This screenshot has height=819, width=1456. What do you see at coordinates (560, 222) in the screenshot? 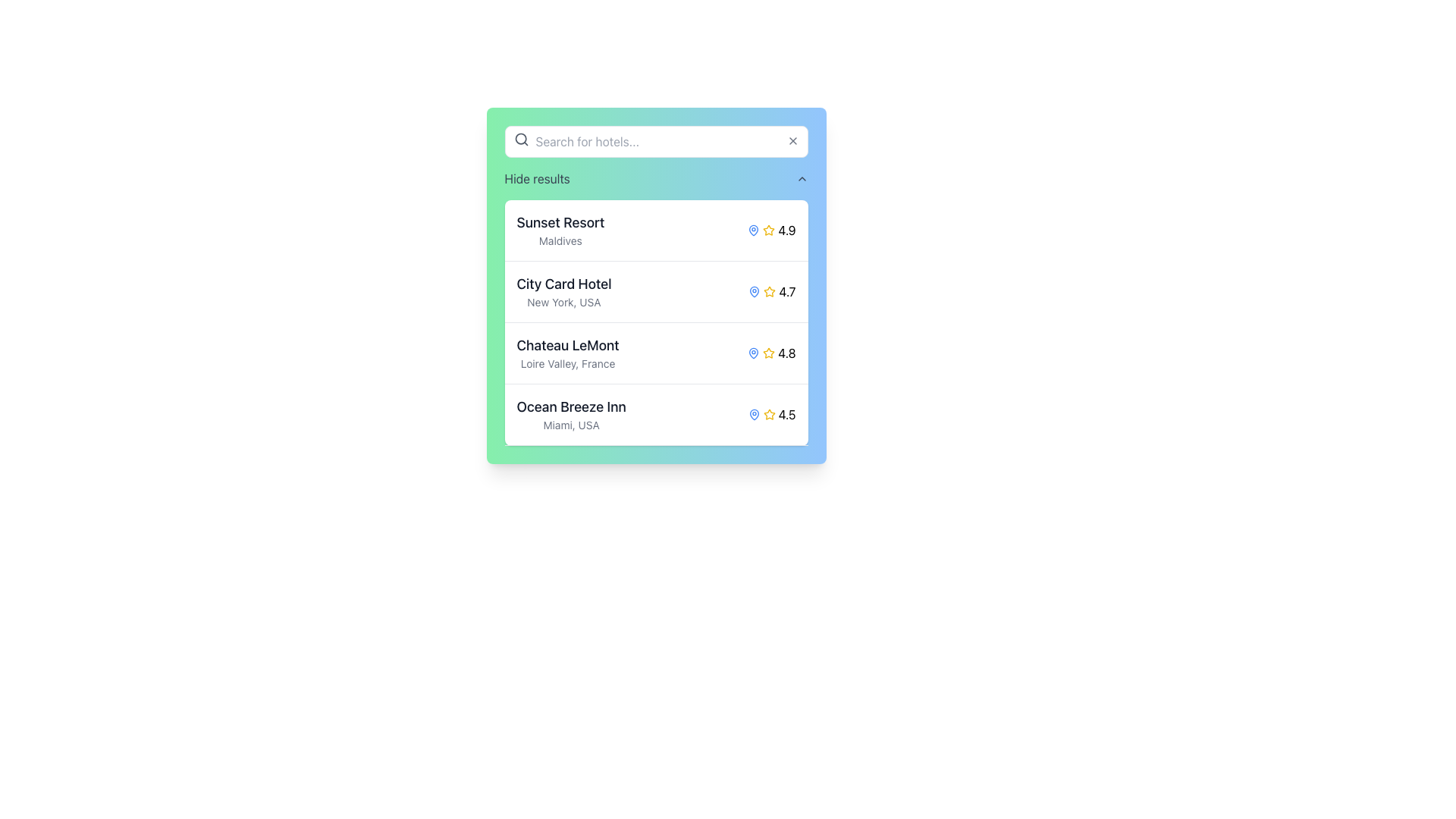
I see `text label displaying 'Sunset Resort' in bold font at the top-left corner of the hotel entries list` at bounding box center [560, 222].